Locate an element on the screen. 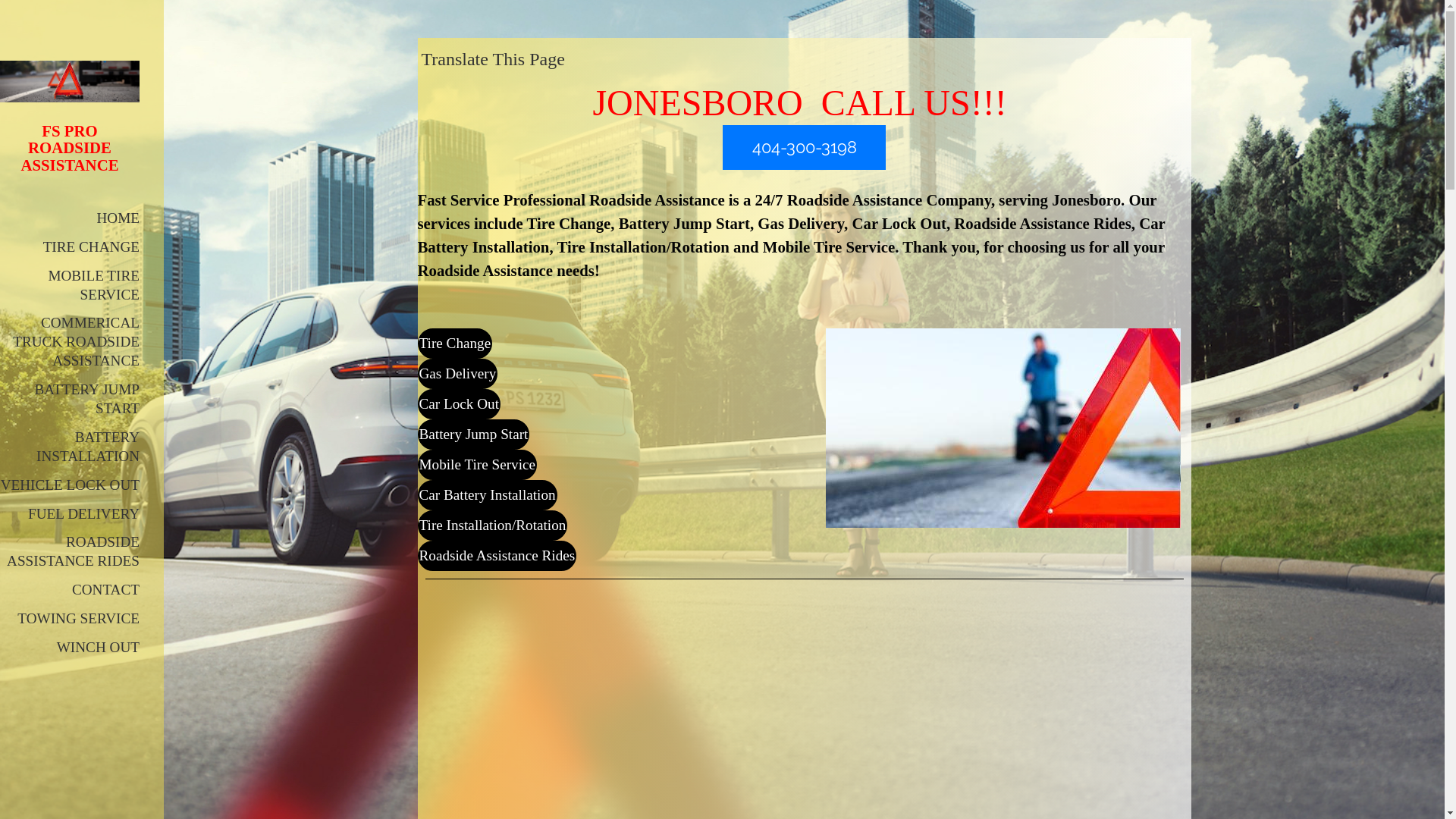 The width and height of the screenshot is (1456, 819). 'Tire Change' is located at coordinates (417, 343).